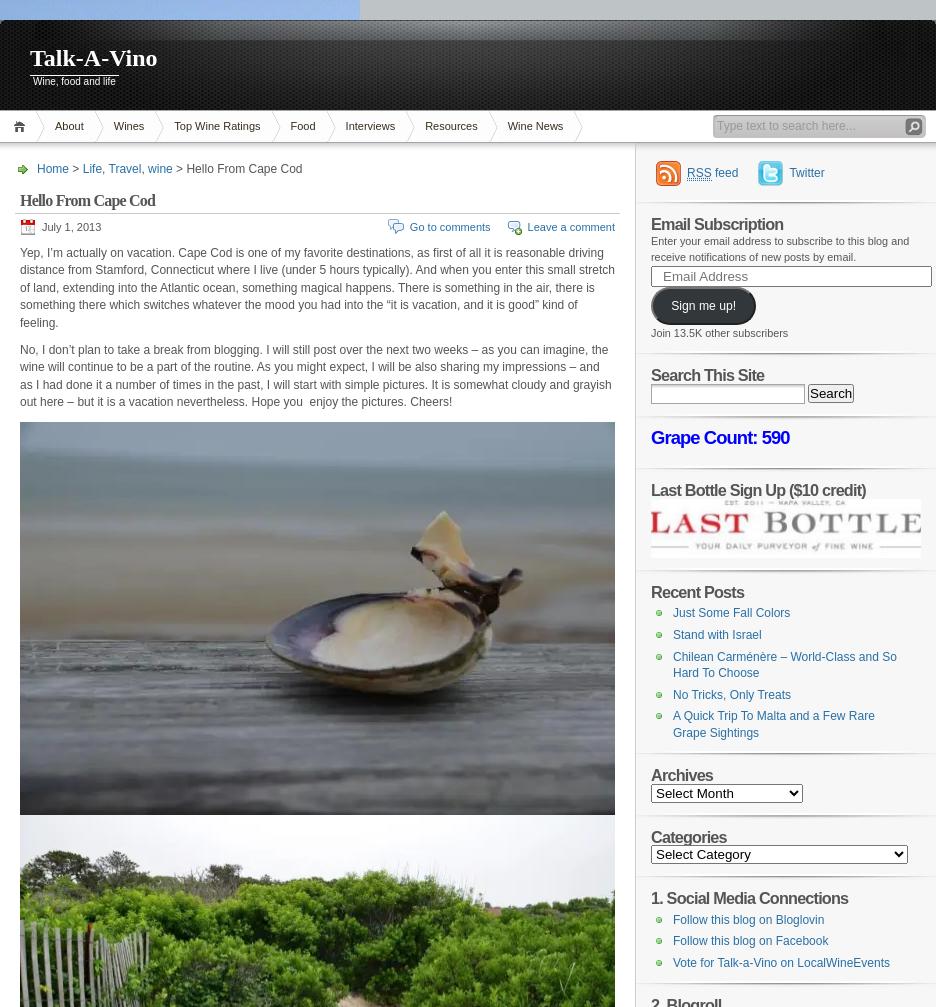 The image size is (936, 1007). Describe the element at coordinates (35, 168) in the screenshot. I see `'Home'` at that location.